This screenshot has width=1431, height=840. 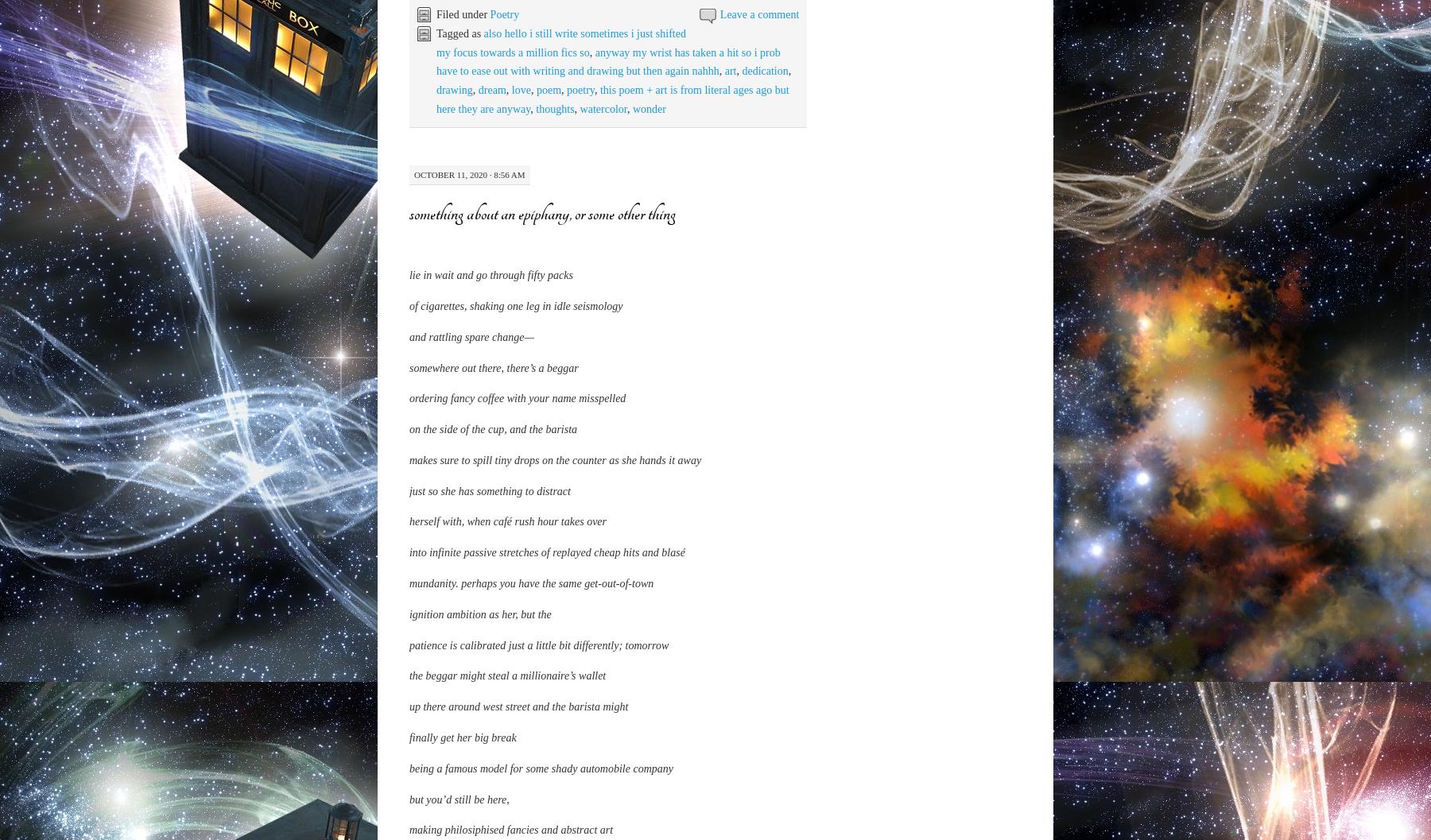 What do you see at coordinates (763, 70) in the screenshot?
I see `'dedication'` at bounding box center [763, 70].